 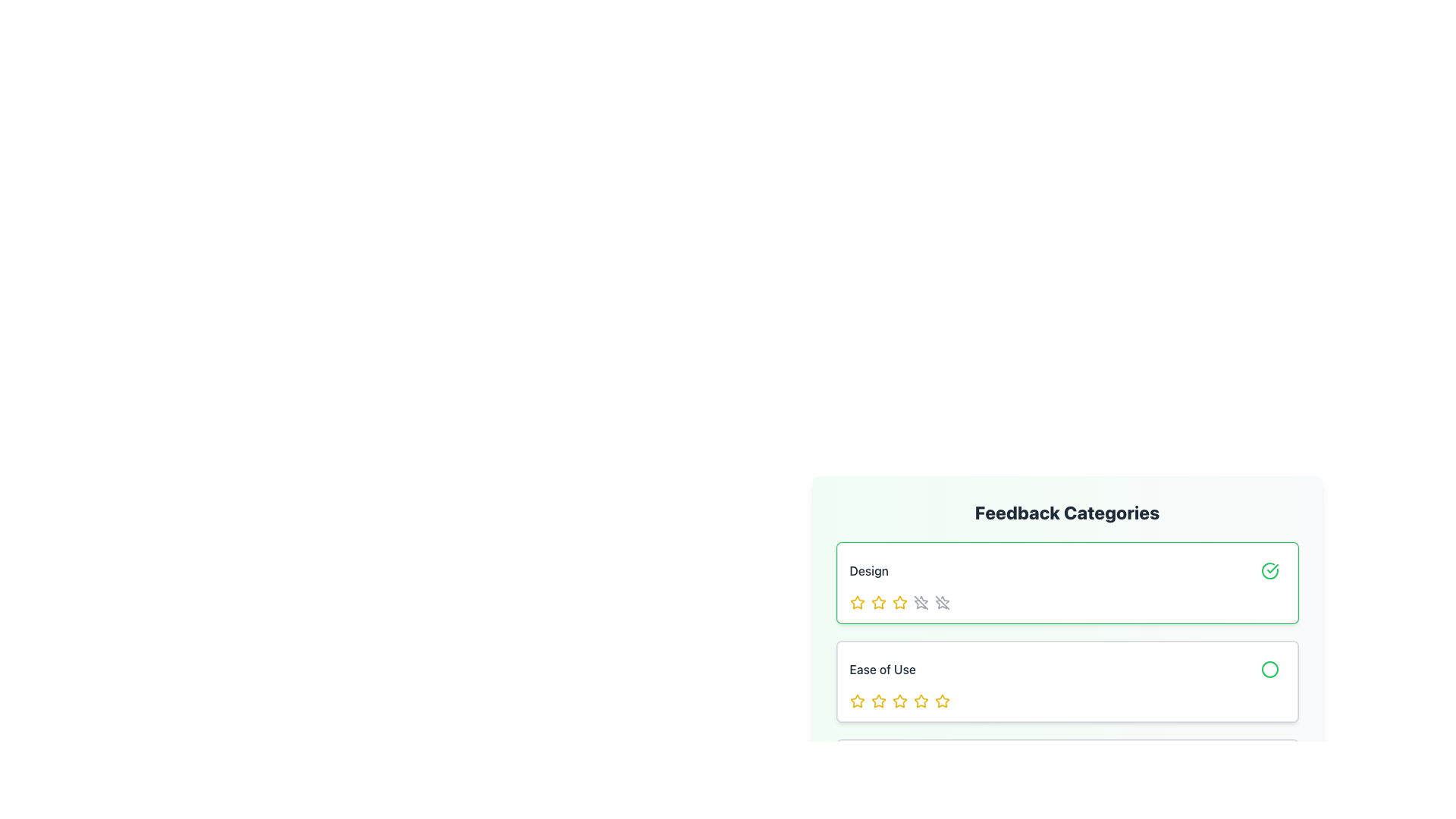 What do you see at coordinates (899, 601) in the screenshot?
I see `the third yellow star rating icon in the 'Design' category` at bounding box center [899, 601].